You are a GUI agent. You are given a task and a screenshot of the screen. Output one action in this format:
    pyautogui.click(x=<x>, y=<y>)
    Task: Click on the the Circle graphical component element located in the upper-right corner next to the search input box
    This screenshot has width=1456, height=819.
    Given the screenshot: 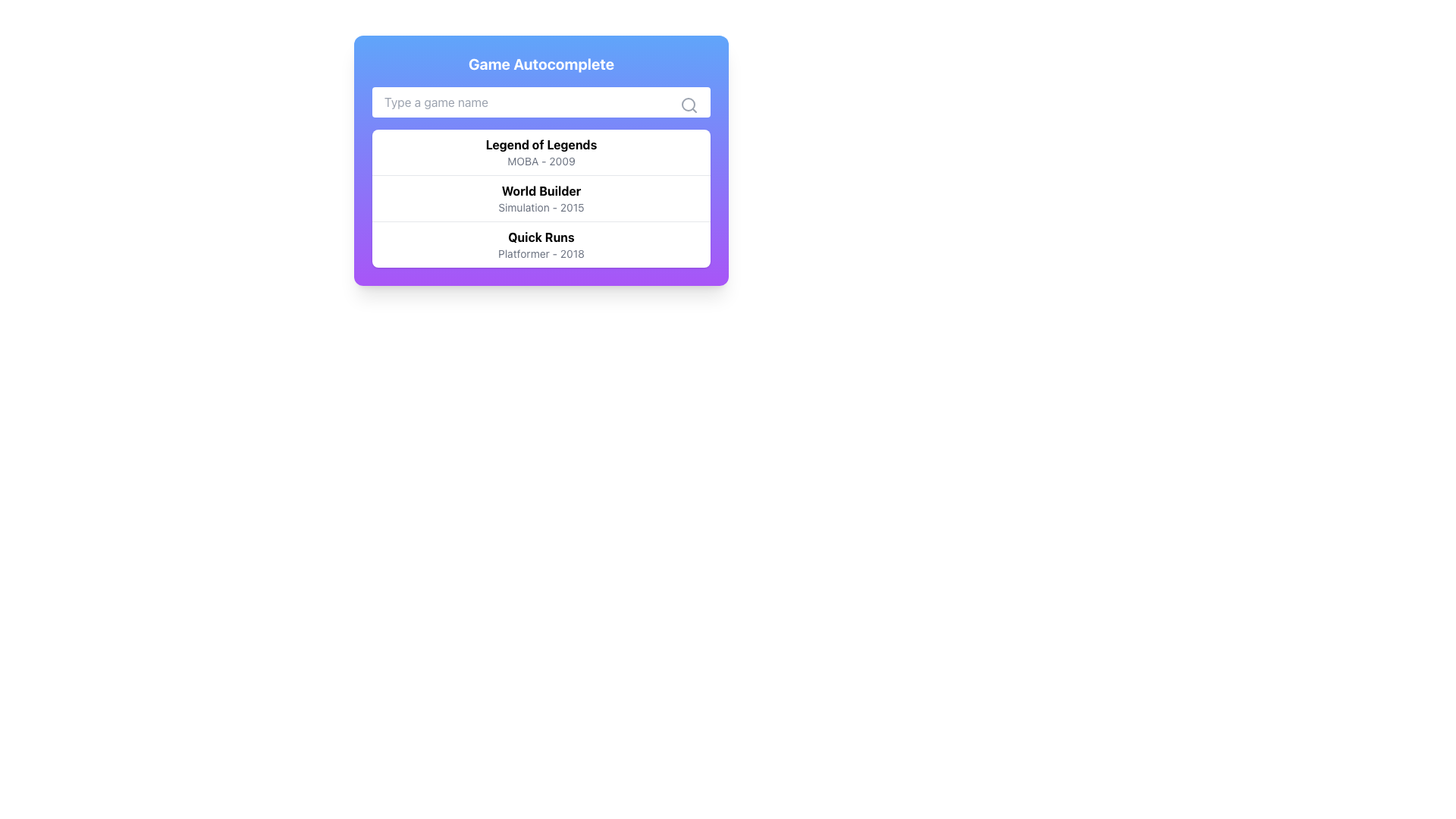 What is the action you would take?
    pyautogui.click(x=687, y=104)
    